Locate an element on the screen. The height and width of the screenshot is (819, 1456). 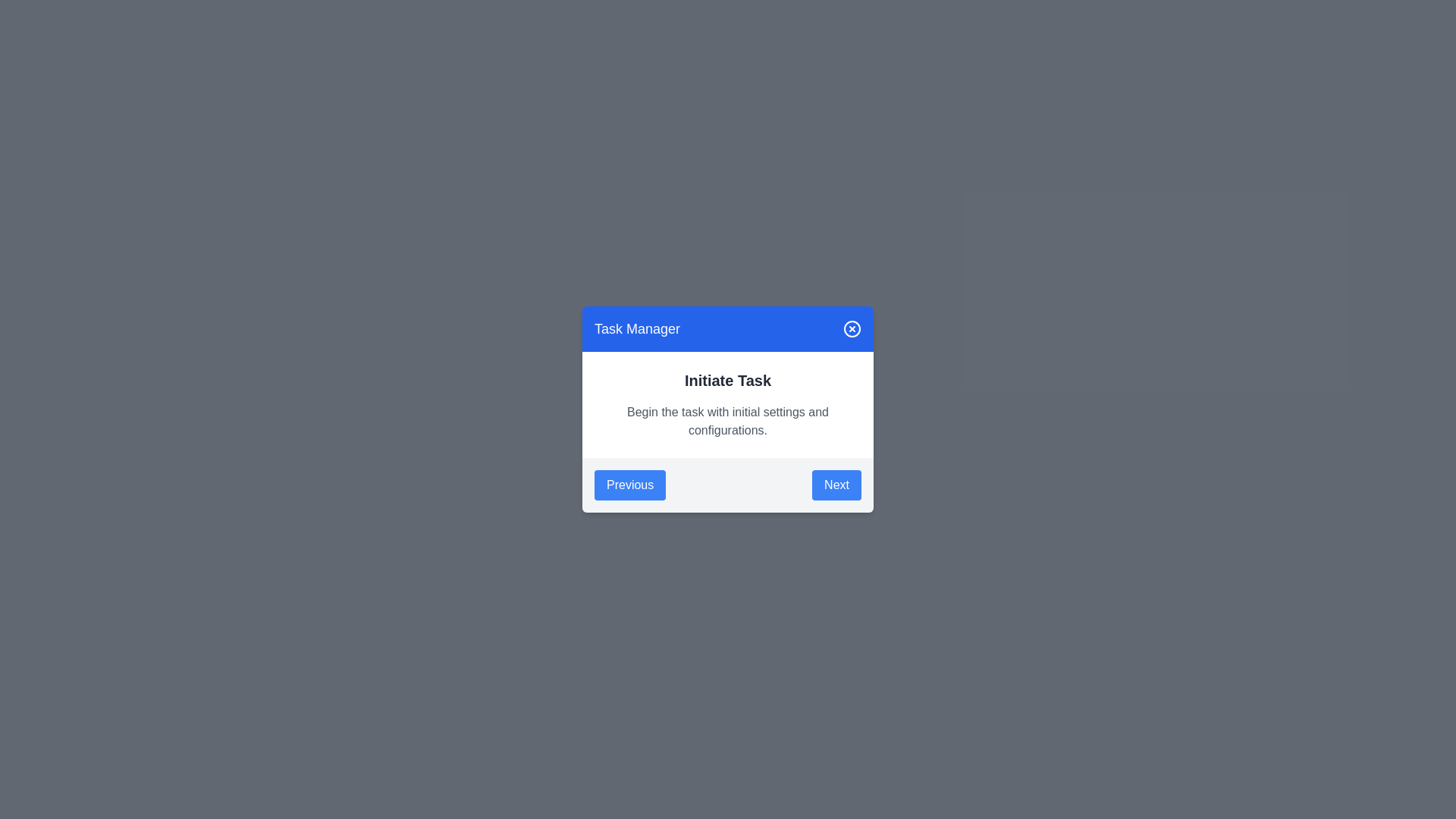
the Next button to navigate between tasks is located at coordinates (836, 485).